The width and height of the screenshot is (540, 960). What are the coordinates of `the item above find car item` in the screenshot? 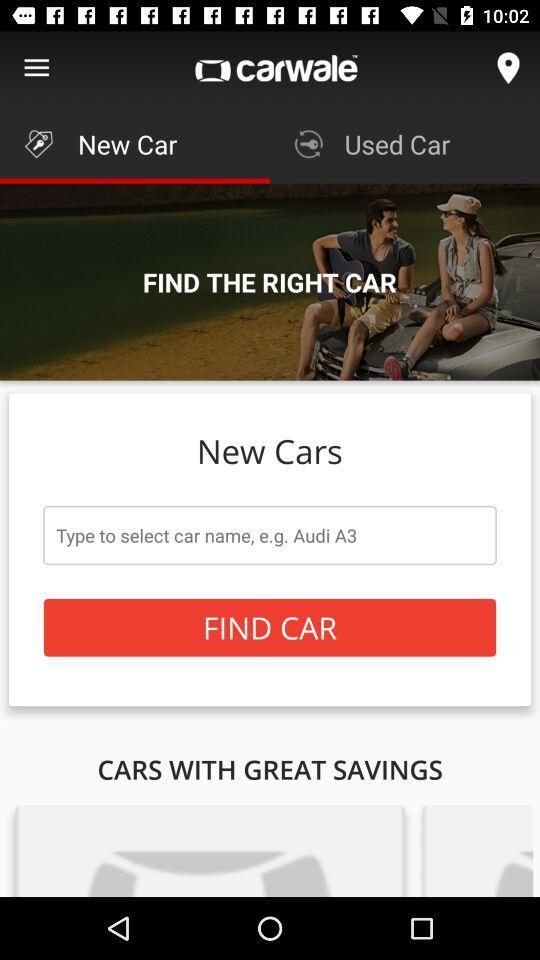 It's located at (270, 534).